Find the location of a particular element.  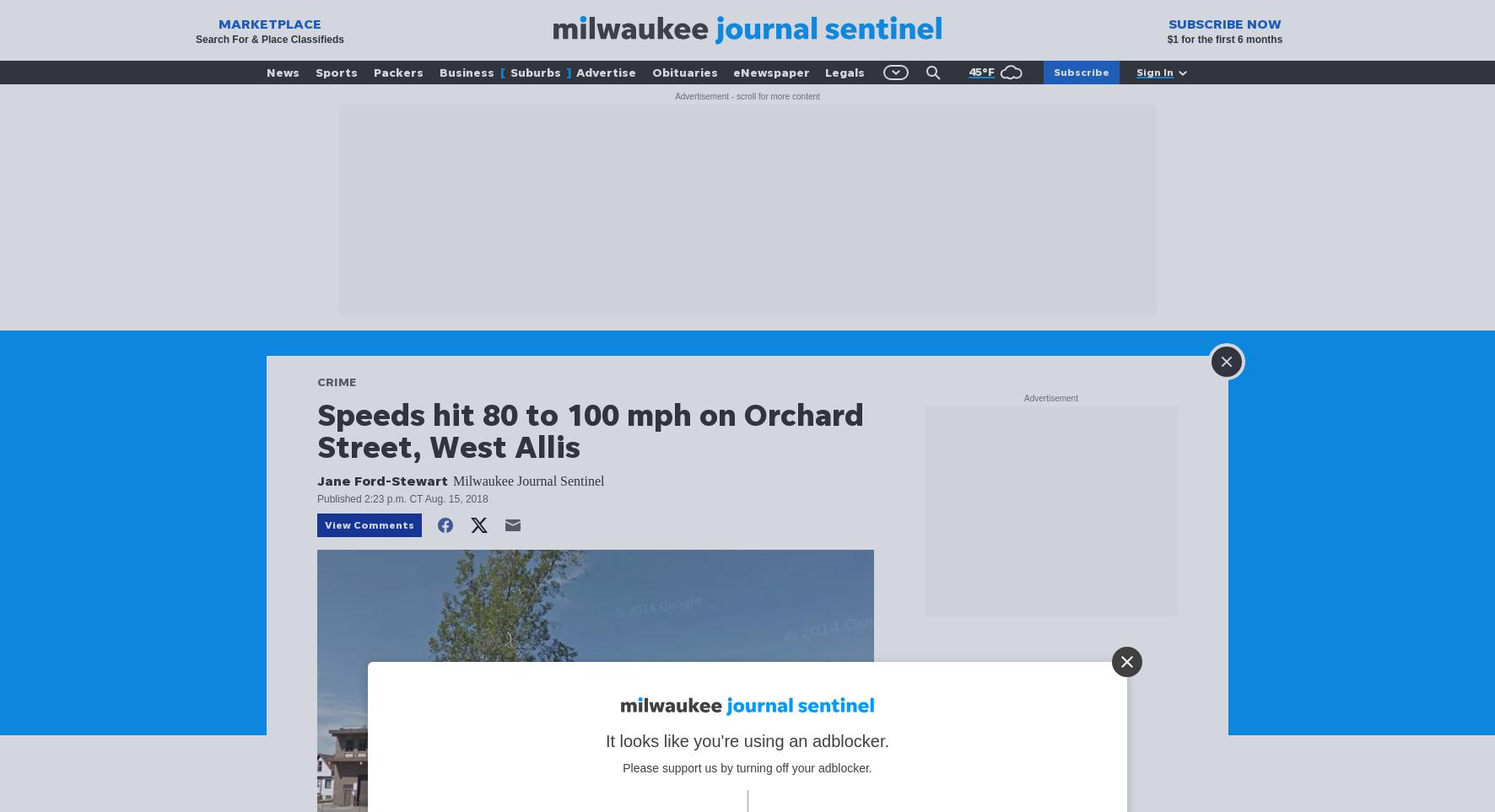

'Sports' is located at coordinates (337, 72).